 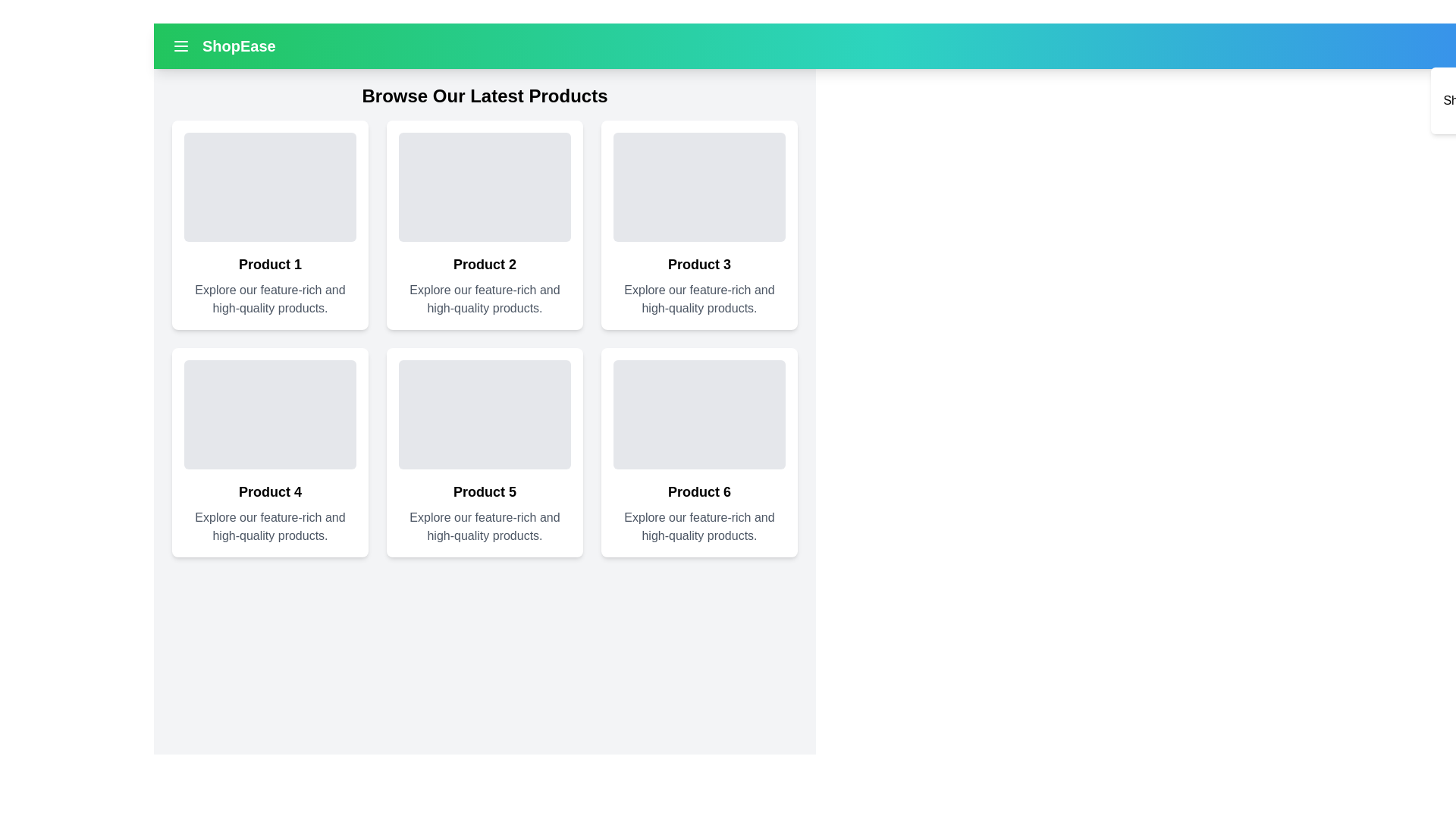 What do you see at coordinates (484, 491) in the screenshot?
I see `the text label reading 'Product 5', which is centrally aligned in the fifth card of a grid layout, positioned above the descriptive paragraph and below the image placeholder` at bounding box center [484, 491].